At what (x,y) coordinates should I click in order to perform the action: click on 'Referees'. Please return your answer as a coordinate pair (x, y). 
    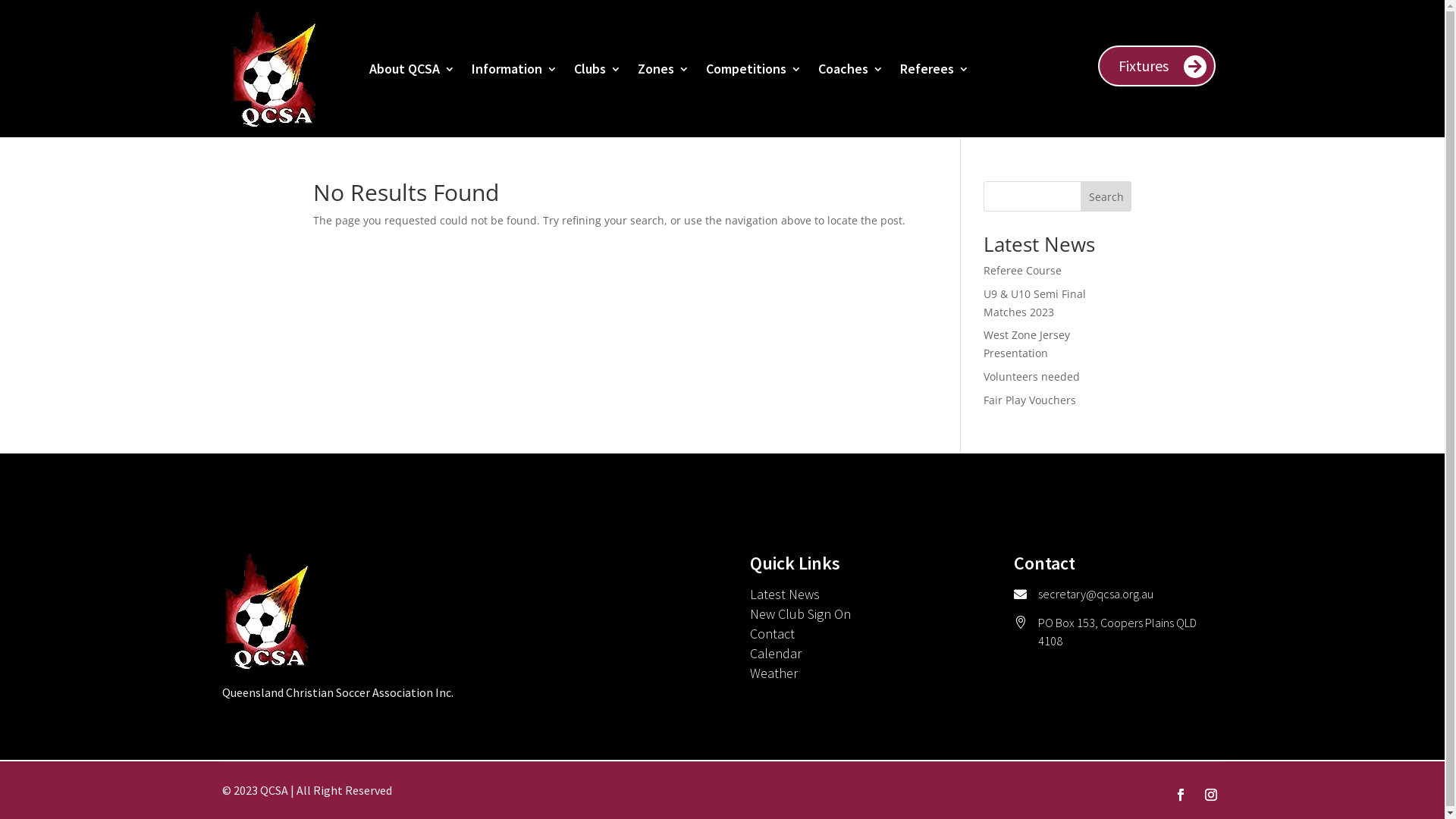
    Looking at the image, I should click on (899, 68).